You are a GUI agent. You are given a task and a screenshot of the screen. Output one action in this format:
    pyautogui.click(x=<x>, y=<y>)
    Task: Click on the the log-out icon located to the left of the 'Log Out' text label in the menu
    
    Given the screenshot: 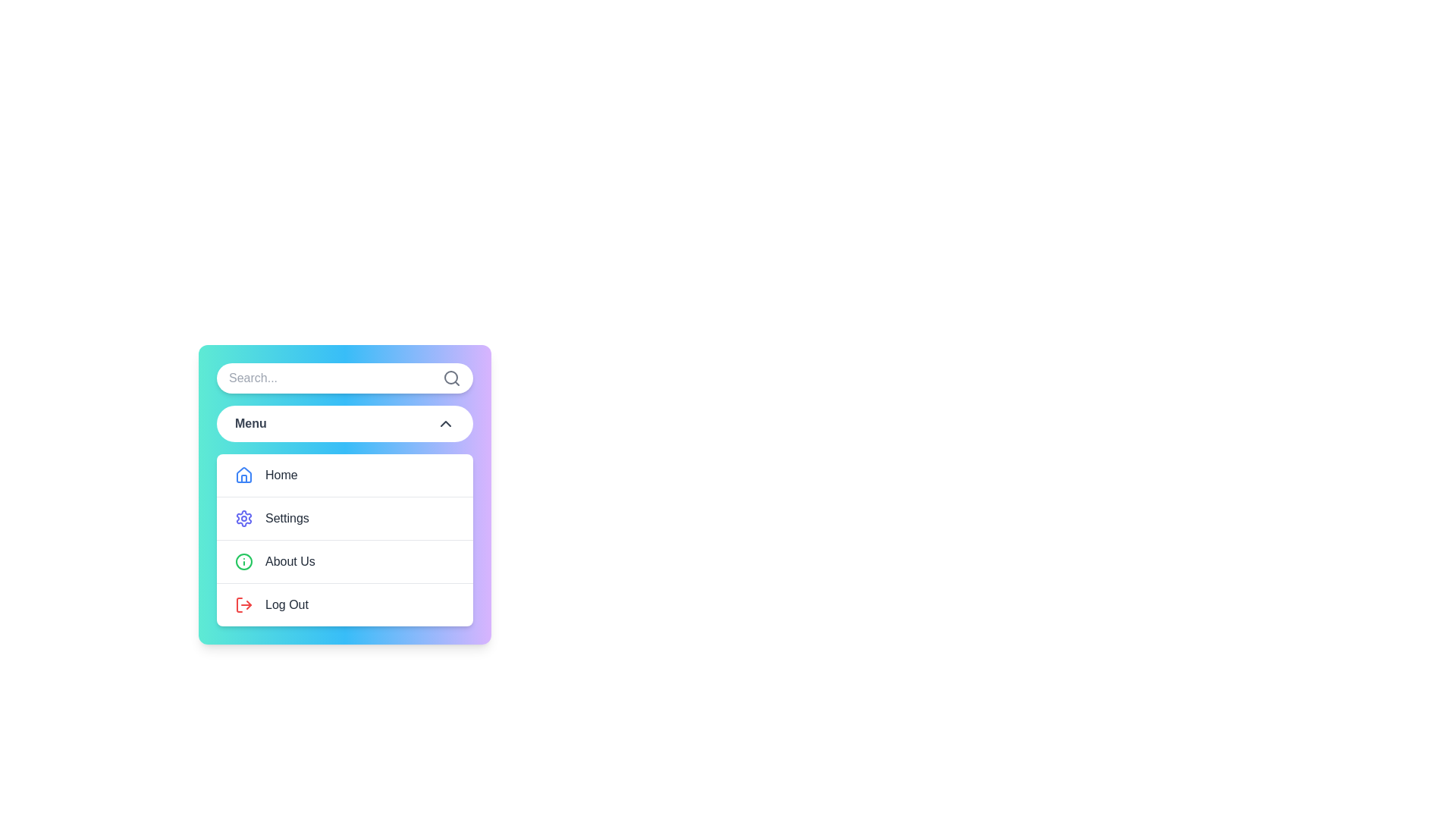 What is the action you would take?
    pyautogui.click(x=243, y=604)
    